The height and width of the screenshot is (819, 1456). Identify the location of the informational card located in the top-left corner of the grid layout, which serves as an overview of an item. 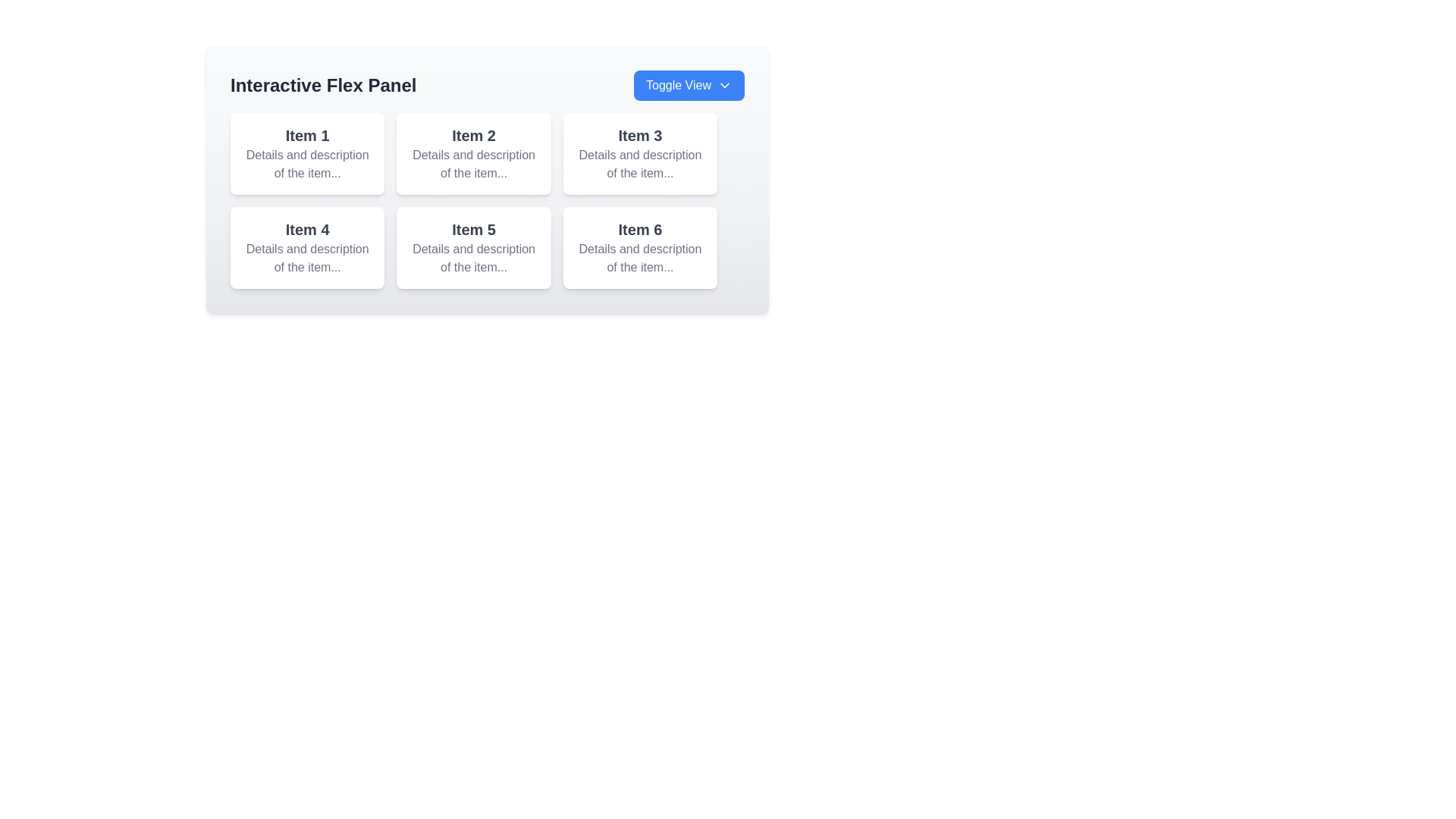
(306, 154).